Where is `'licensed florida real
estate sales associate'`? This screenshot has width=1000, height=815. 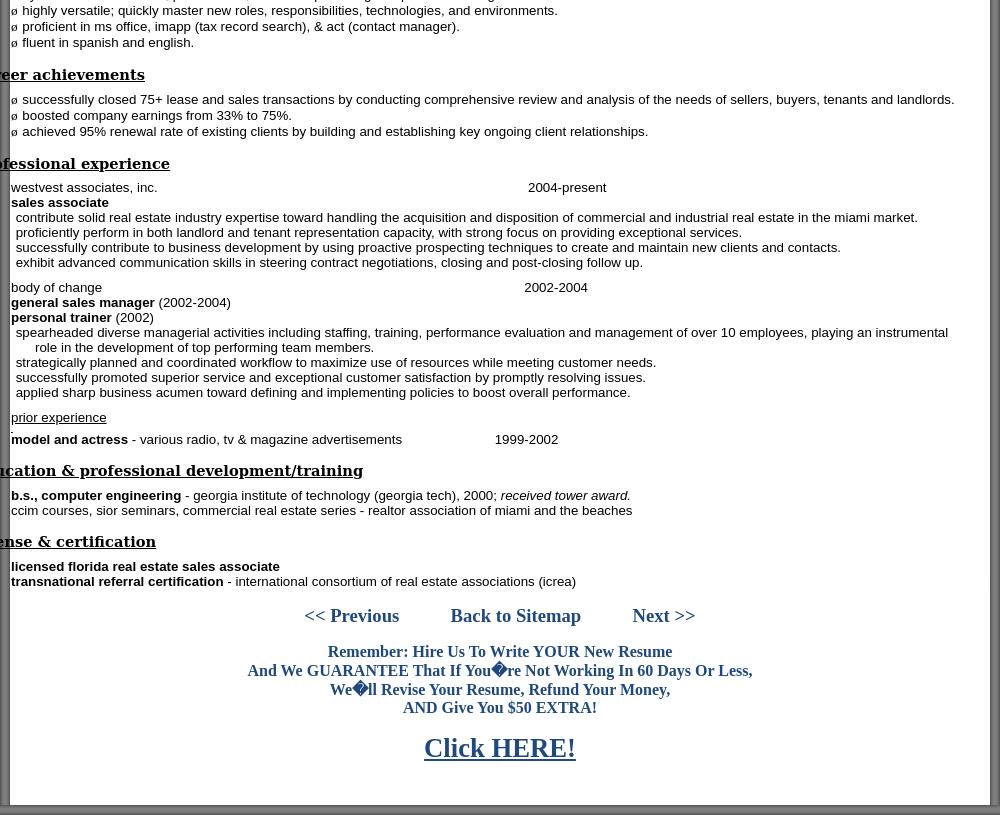
'licensed florida real
estate sales associate' is located at coordinates (145, 565).